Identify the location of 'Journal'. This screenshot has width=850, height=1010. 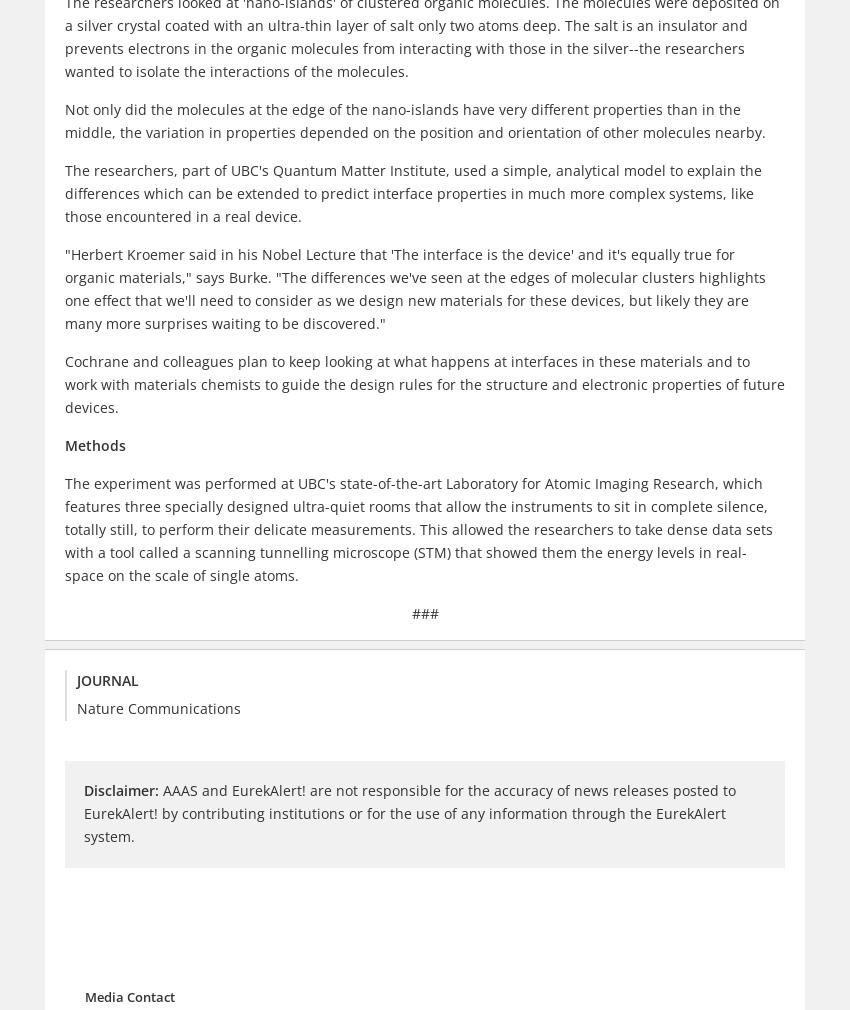
(107, 679).